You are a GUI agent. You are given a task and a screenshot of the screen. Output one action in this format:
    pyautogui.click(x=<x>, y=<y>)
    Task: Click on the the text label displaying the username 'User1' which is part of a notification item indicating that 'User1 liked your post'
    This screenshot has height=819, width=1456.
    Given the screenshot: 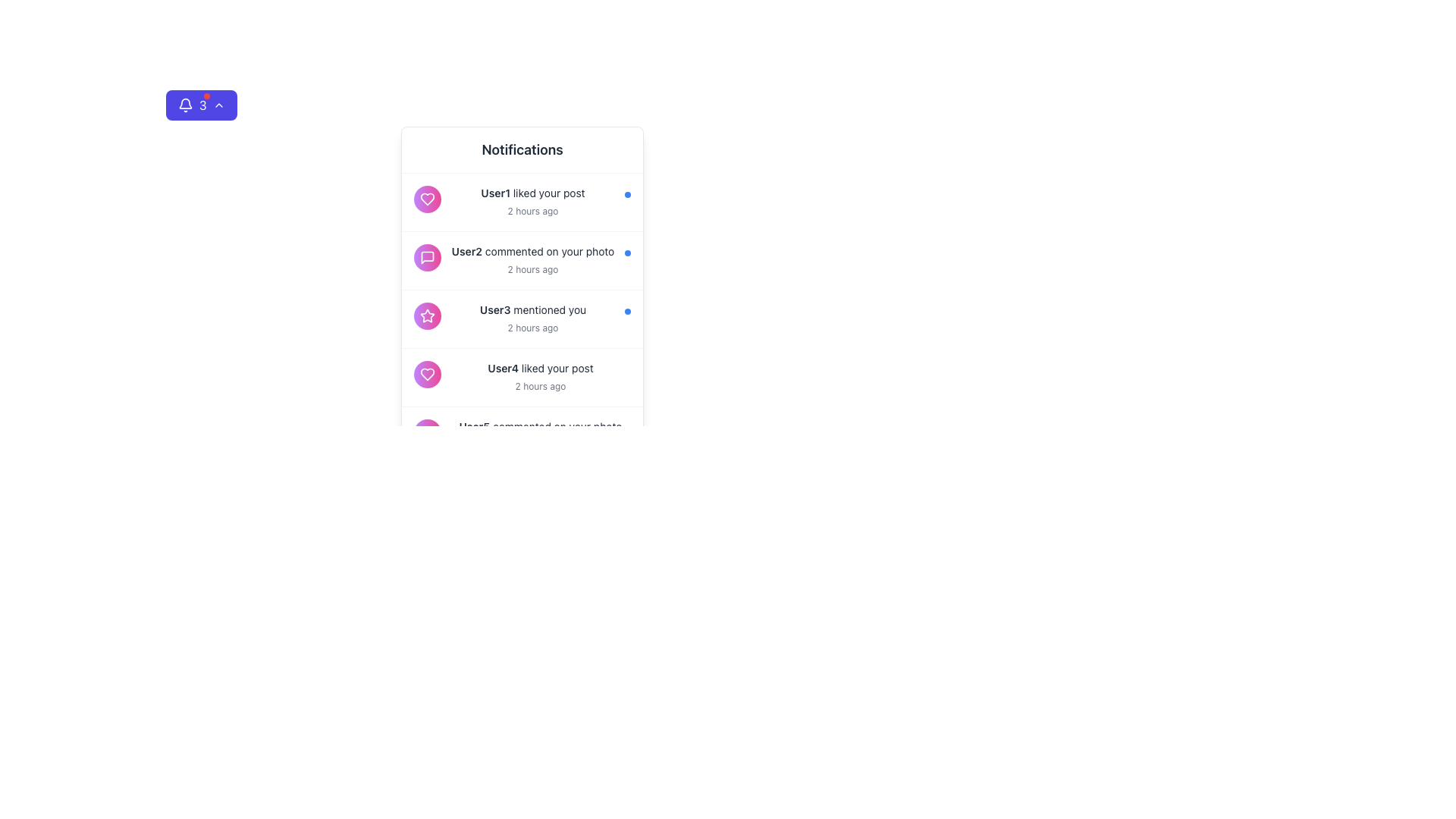 What is the action you would take?
    pyautogui.click(x=495, y=192)
    